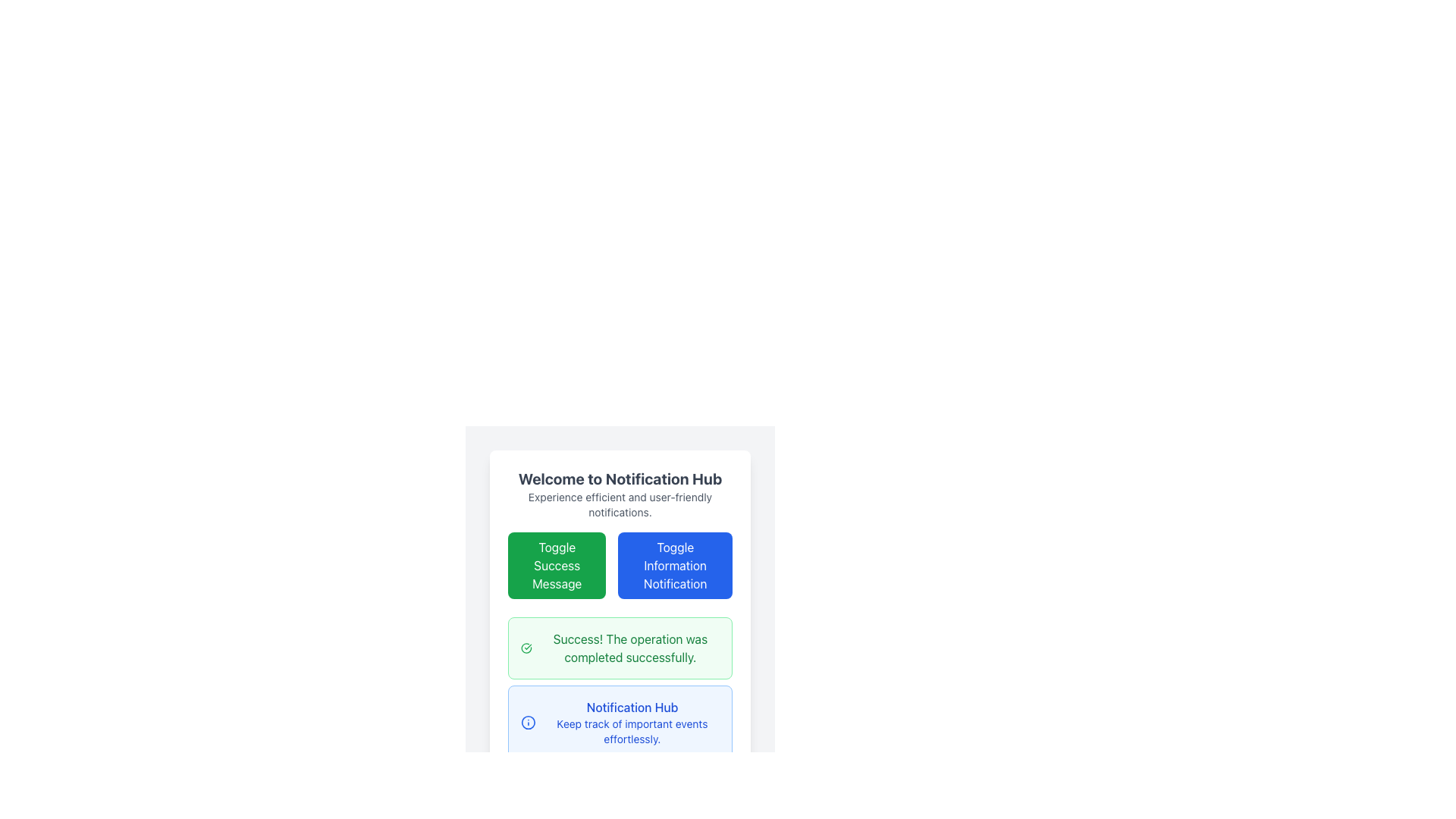  I want to click on the text label displaying 'Keep track of important events effortlessly.' located beneath the 'Notification Hub' heading, so click(632, 730).